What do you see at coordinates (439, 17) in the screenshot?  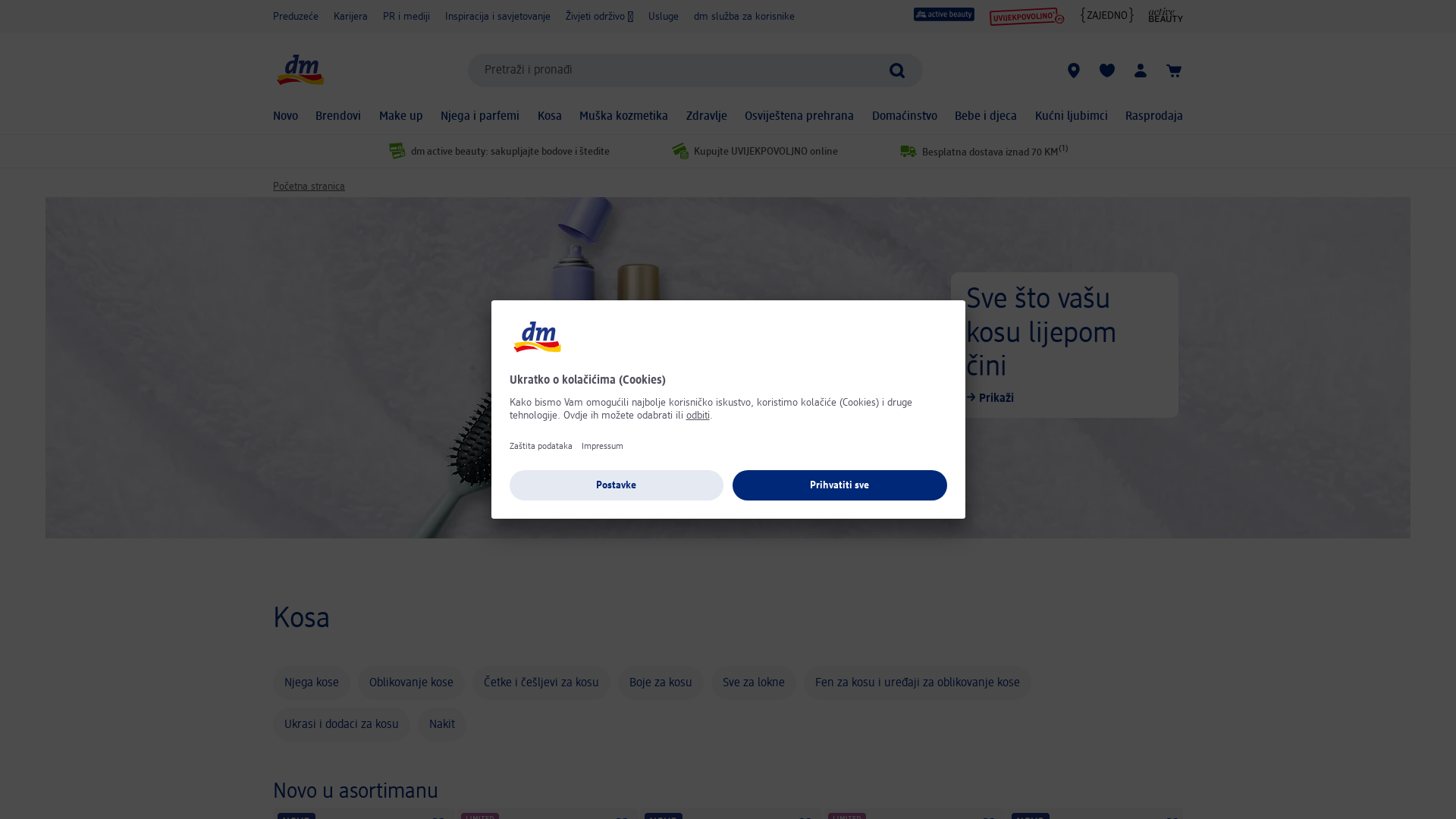 I see `'Inspiracija i savjetovanje'` at bounding box center [439, 17].